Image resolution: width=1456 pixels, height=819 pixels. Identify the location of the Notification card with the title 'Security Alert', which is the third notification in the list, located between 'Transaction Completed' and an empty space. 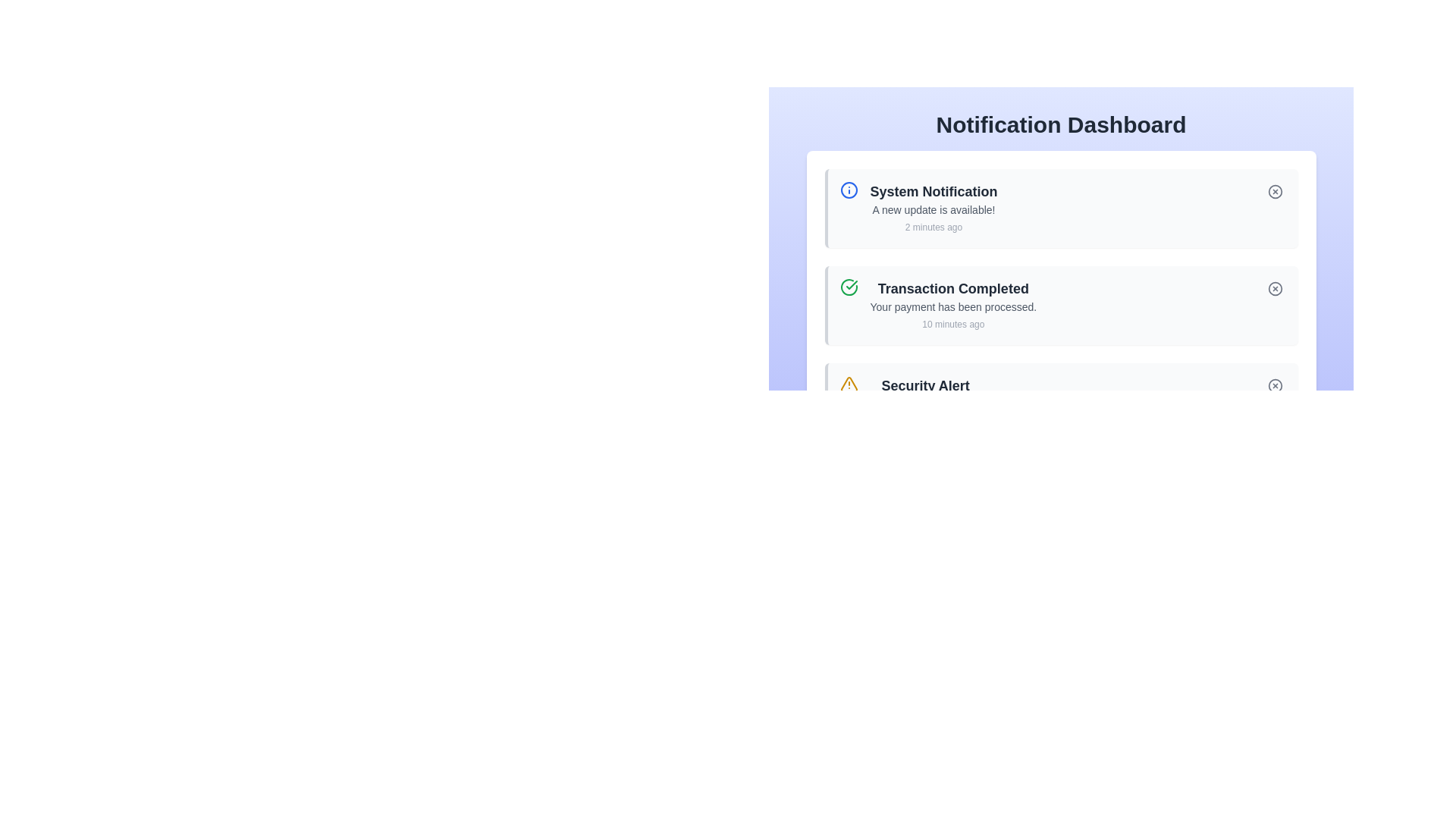
(1060, 402).